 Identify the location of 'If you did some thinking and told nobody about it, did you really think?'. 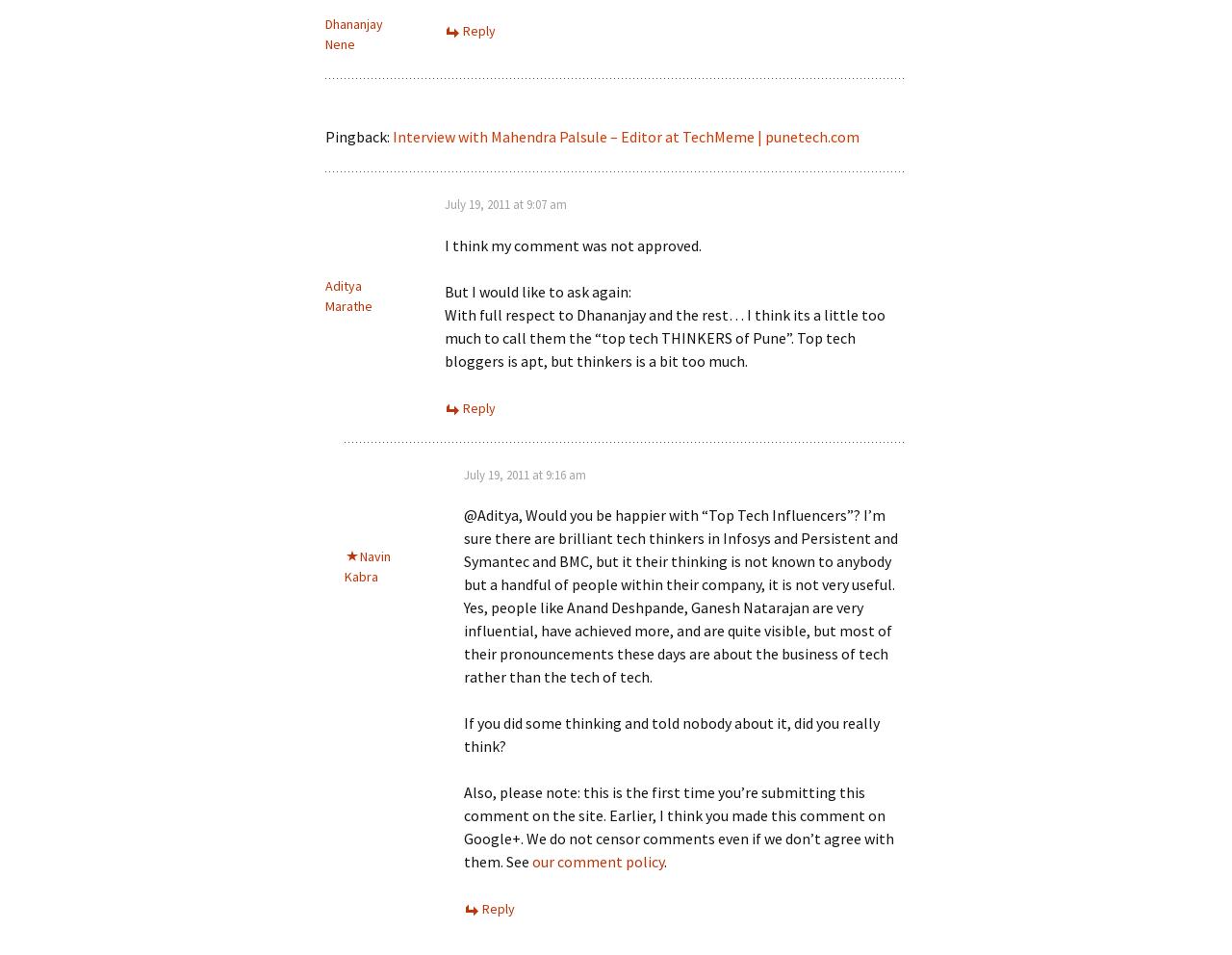
(671, 734).